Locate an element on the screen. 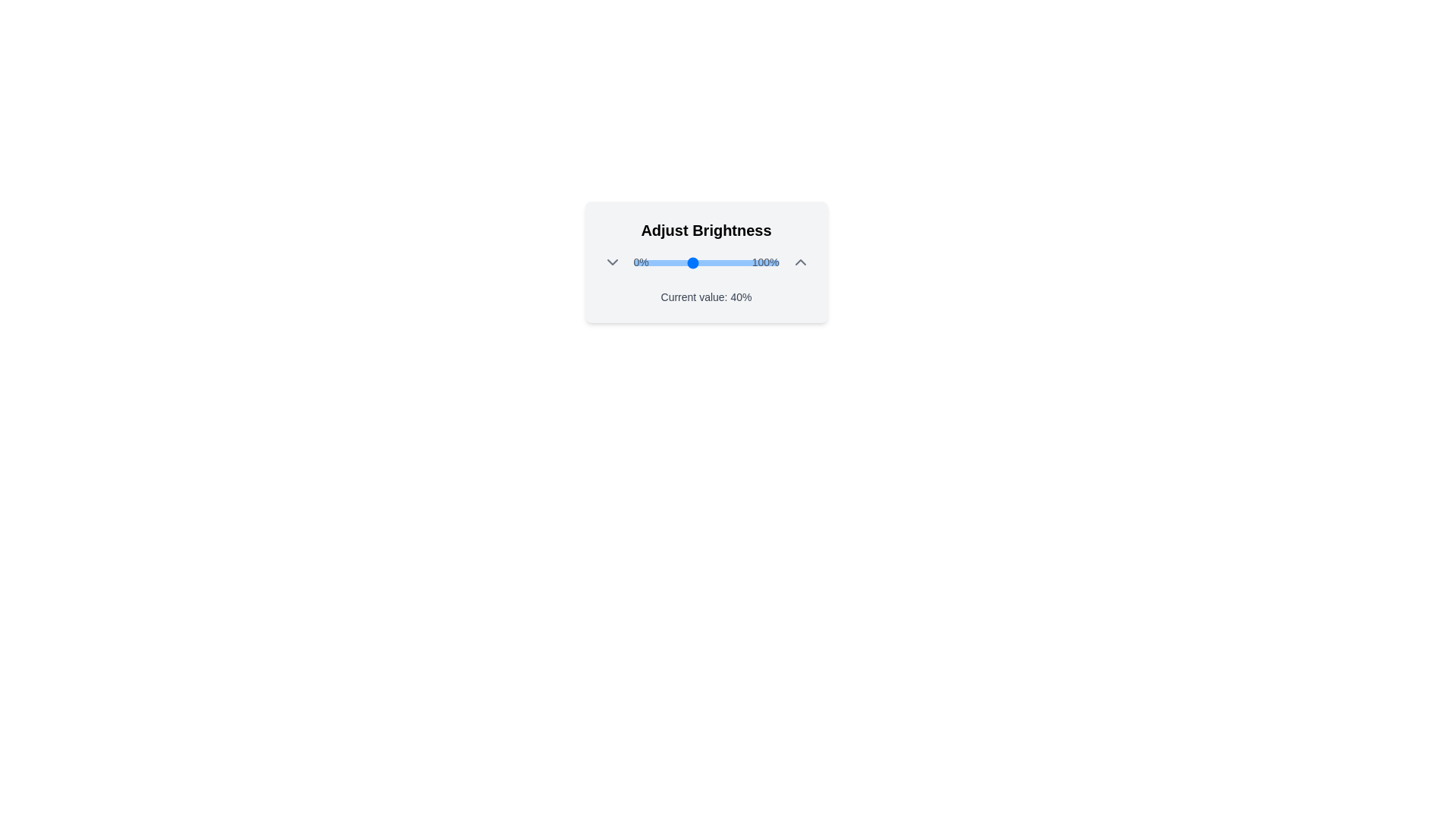 Image resolution: width=1456 pixels, height=819 pixels. the static text label displaying '100%' located at the right end of the brightness slider, indicating the maximum value is located at coordinates (765, 262).